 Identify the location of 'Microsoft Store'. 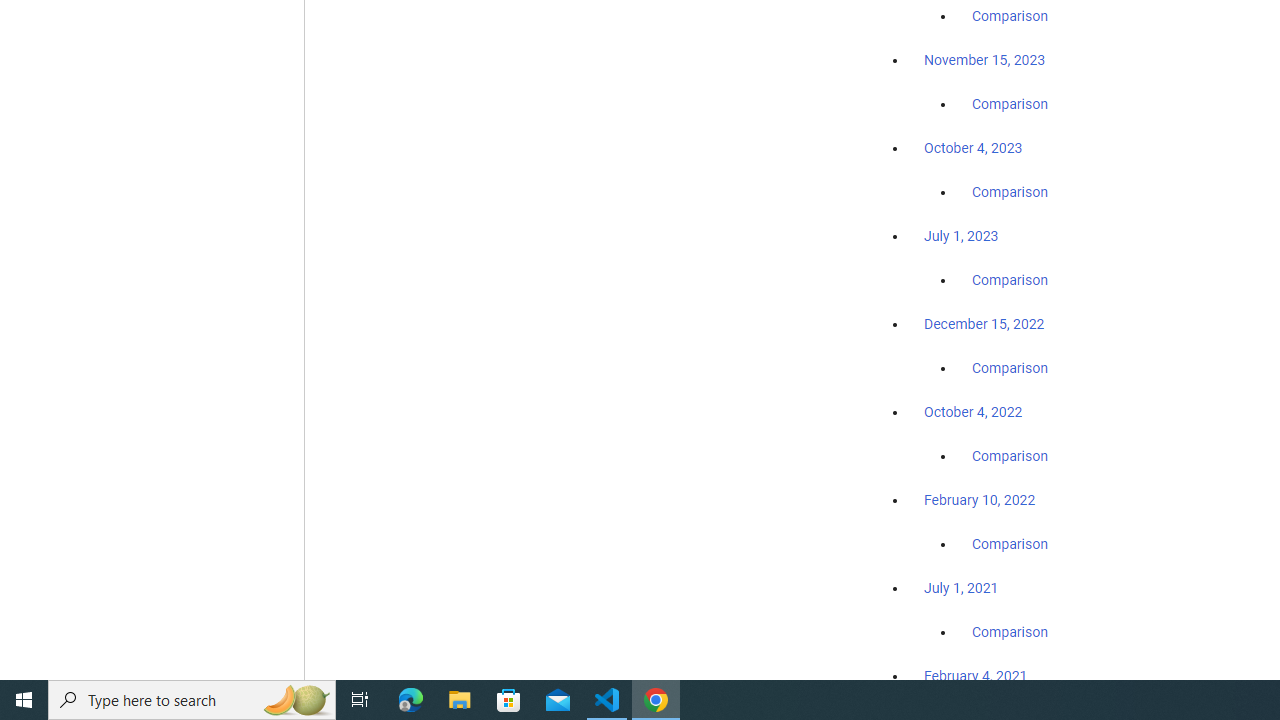
(509, 698).